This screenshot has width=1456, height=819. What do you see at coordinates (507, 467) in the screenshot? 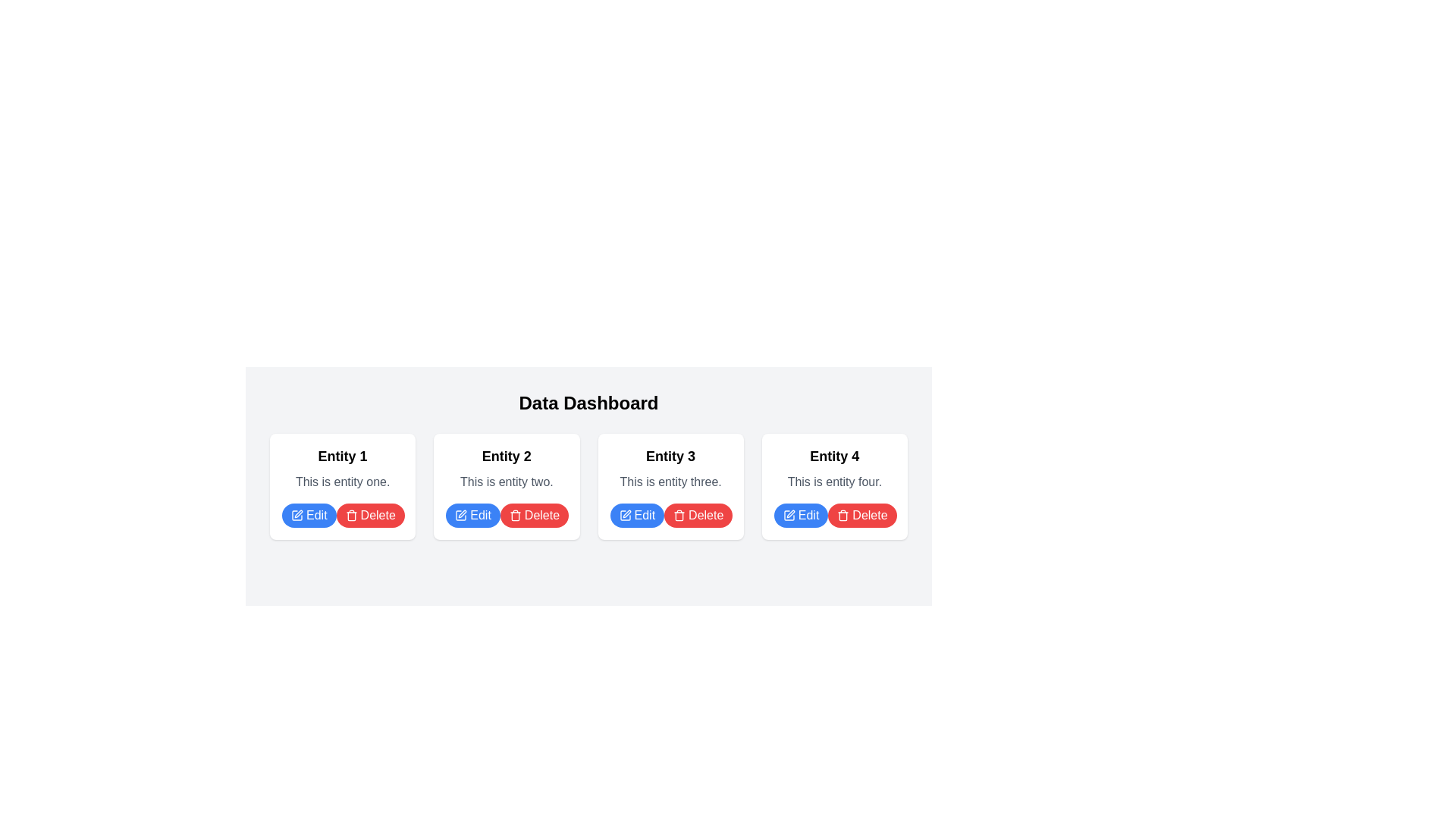
I see `the static text display component that serves as a header and description for 'Entity 2', located in the second card among a group of four cards on the page` at bounding box center [507, 467].